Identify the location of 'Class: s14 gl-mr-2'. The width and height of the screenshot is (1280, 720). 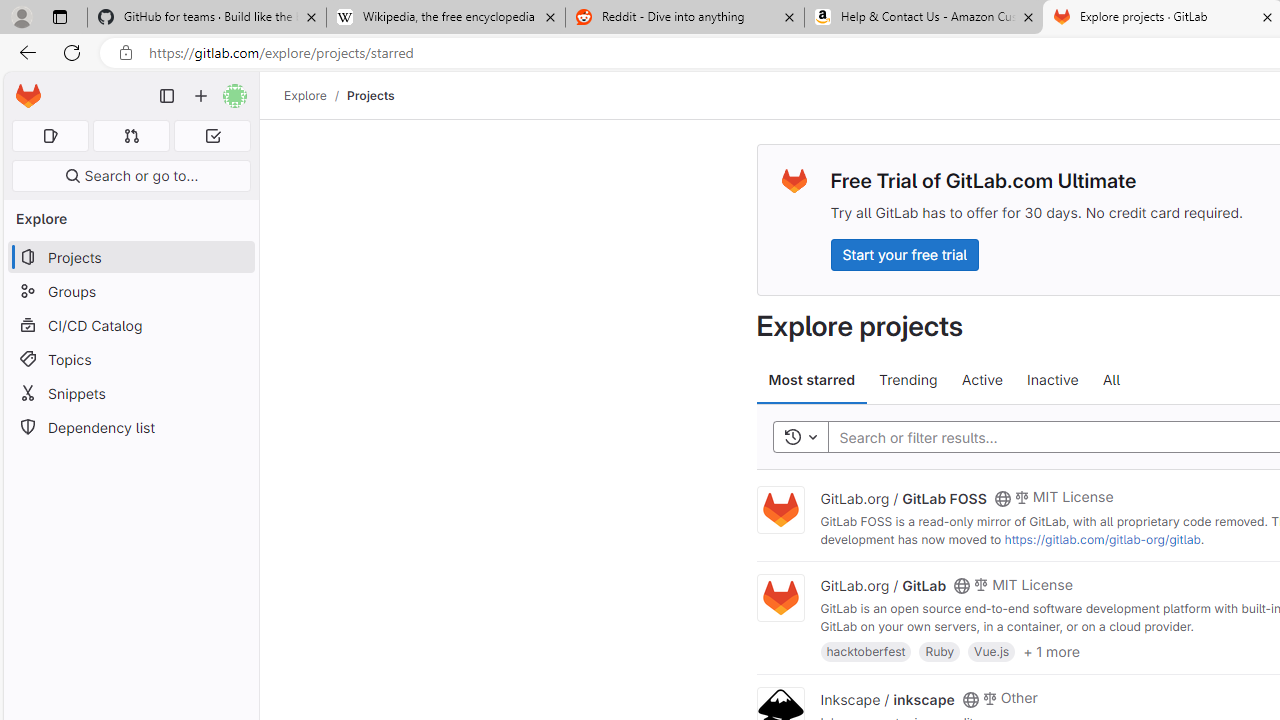
(989, 696).